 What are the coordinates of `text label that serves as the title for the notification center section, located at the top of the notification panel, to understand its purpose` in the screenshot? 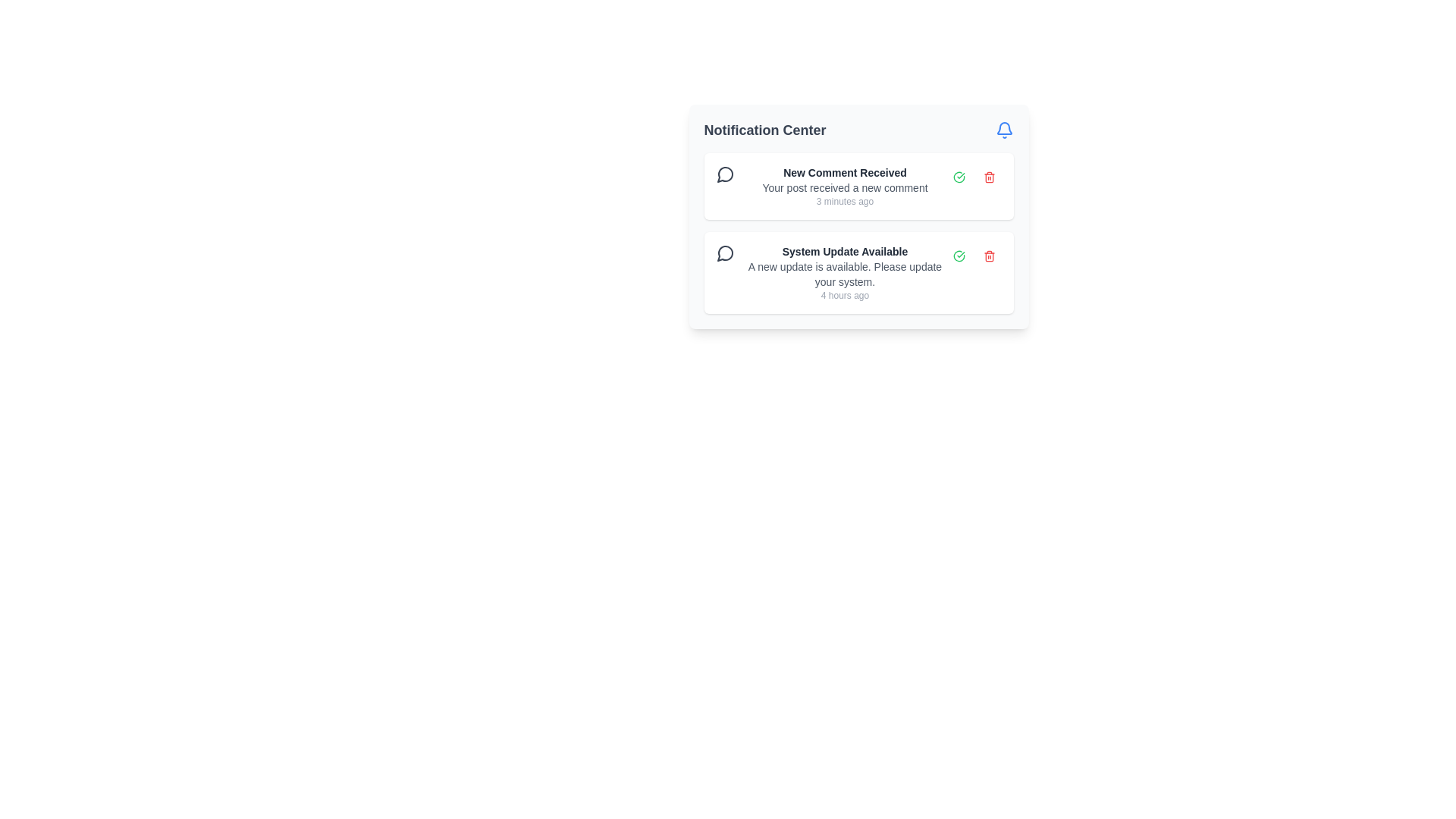 It's located at (764, 130).